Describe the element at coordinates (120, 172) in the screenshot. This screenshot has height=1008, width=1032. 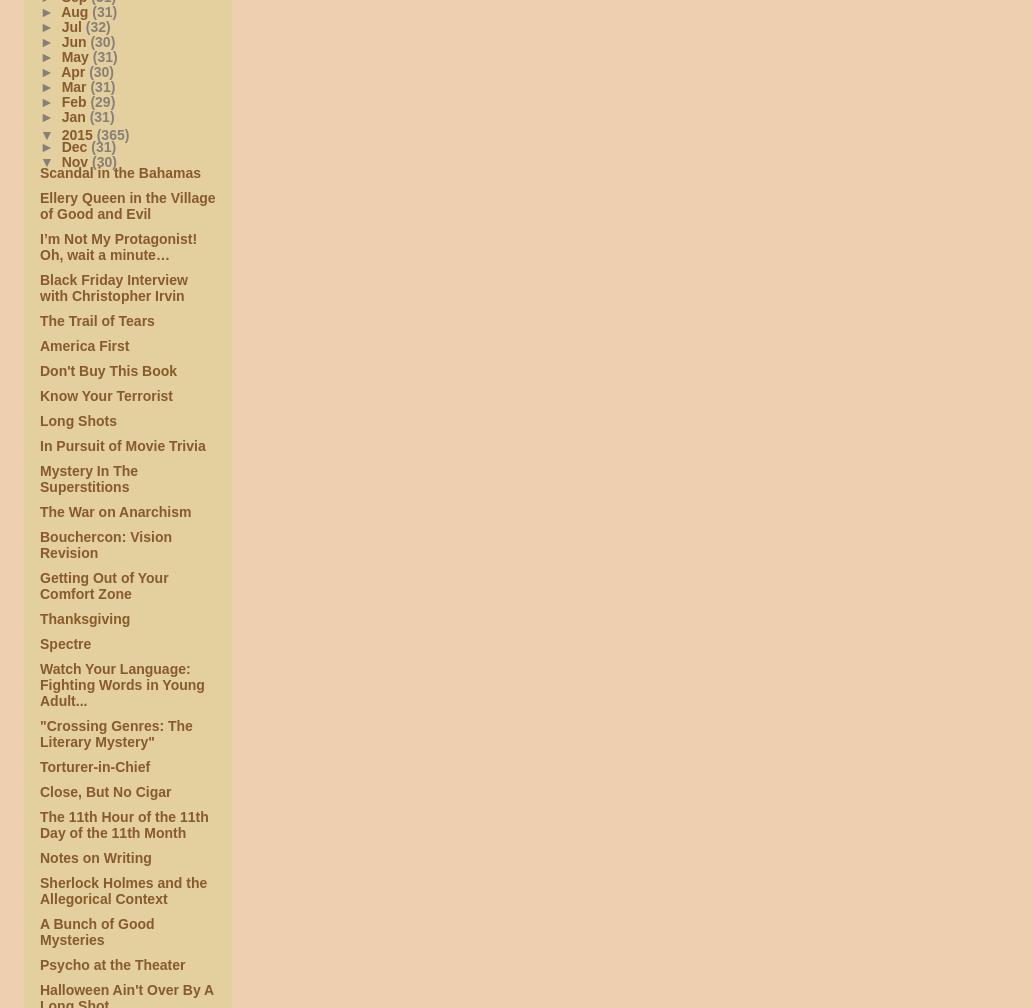
I see `'Scandal in the Bahamas'` at that location.